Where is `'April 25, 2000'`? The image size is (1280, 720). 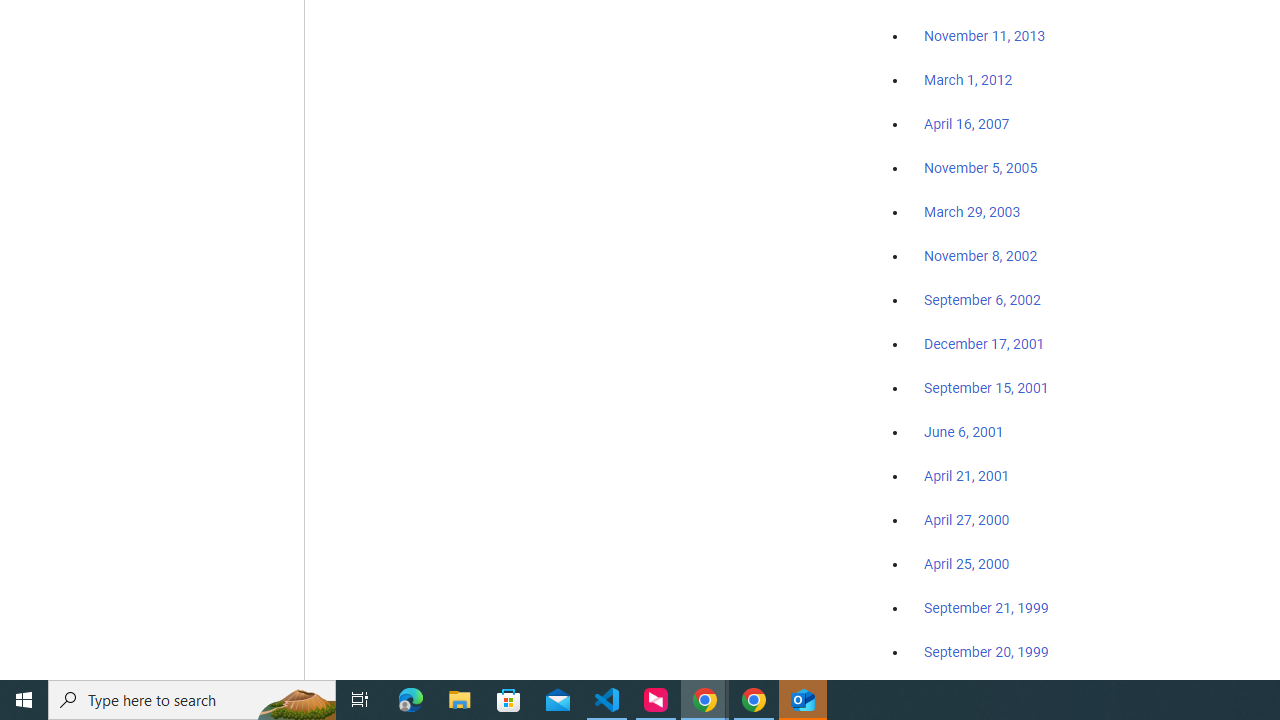 'April 25, 2000' is located at coordinates (967, 564).